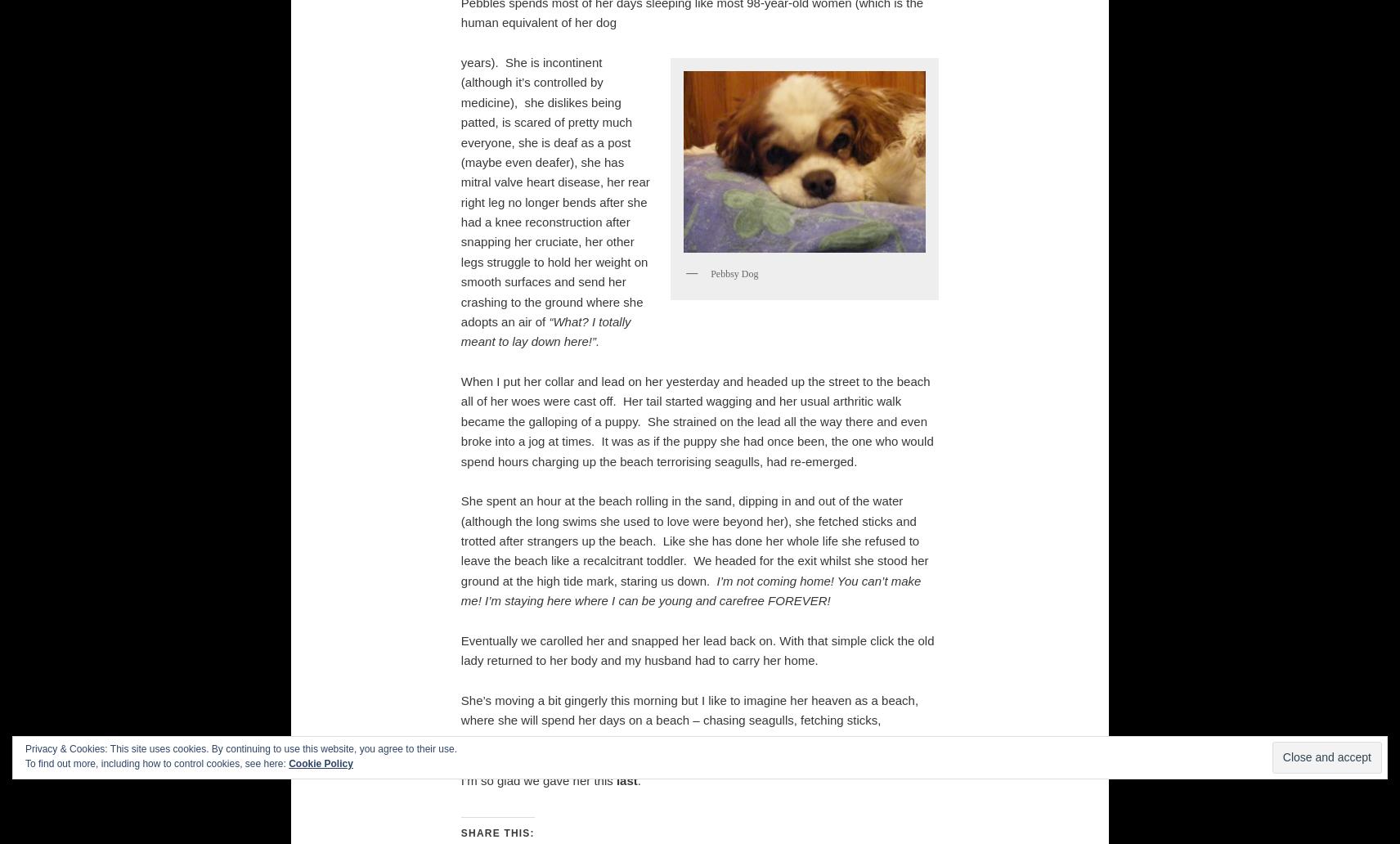 The width and height of the screenshot is (1400, 844). Describe the element at coordinates (155, 762) in the screenshot. I see `'To find out more, including how to control cookies, see here:'` at that location.